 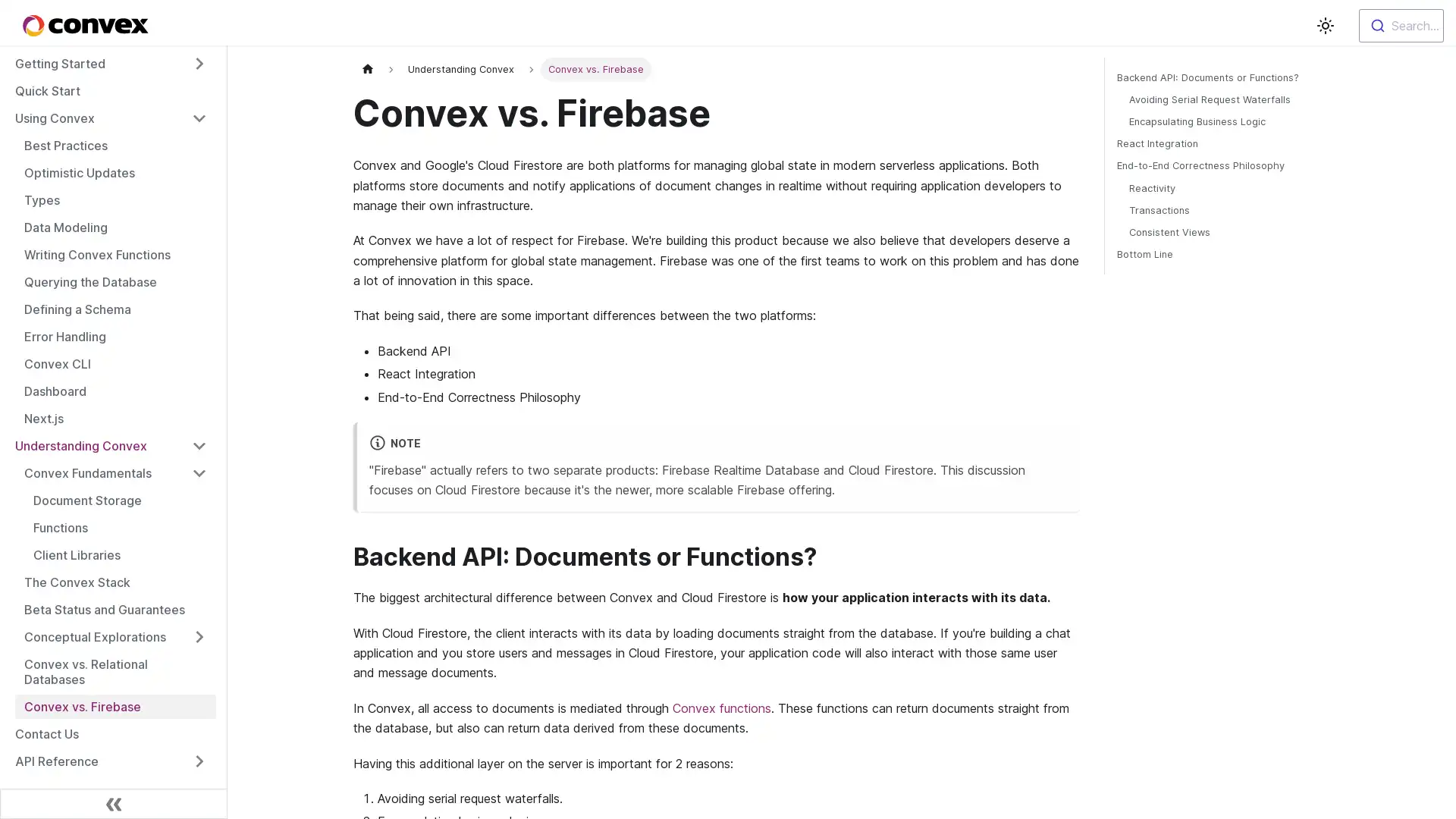 What do you see at coordinates (199, 444) in the screenshot?
I see `Toggle the collapsible sidebar category 'Understanding Convex'` at bounding box center [199, 444].